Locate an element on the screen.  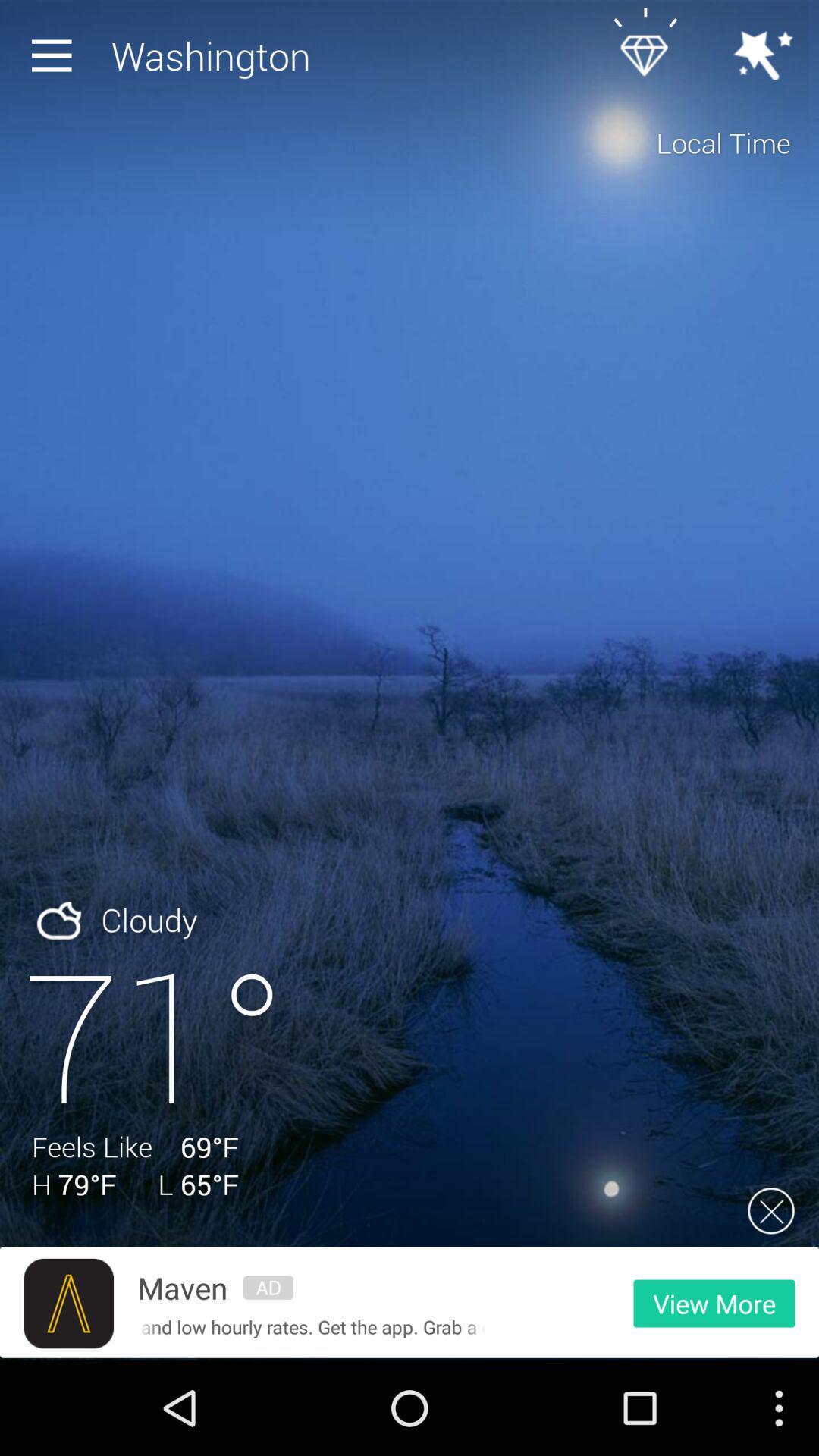
the menu icon is located at coordinates (55, 59).